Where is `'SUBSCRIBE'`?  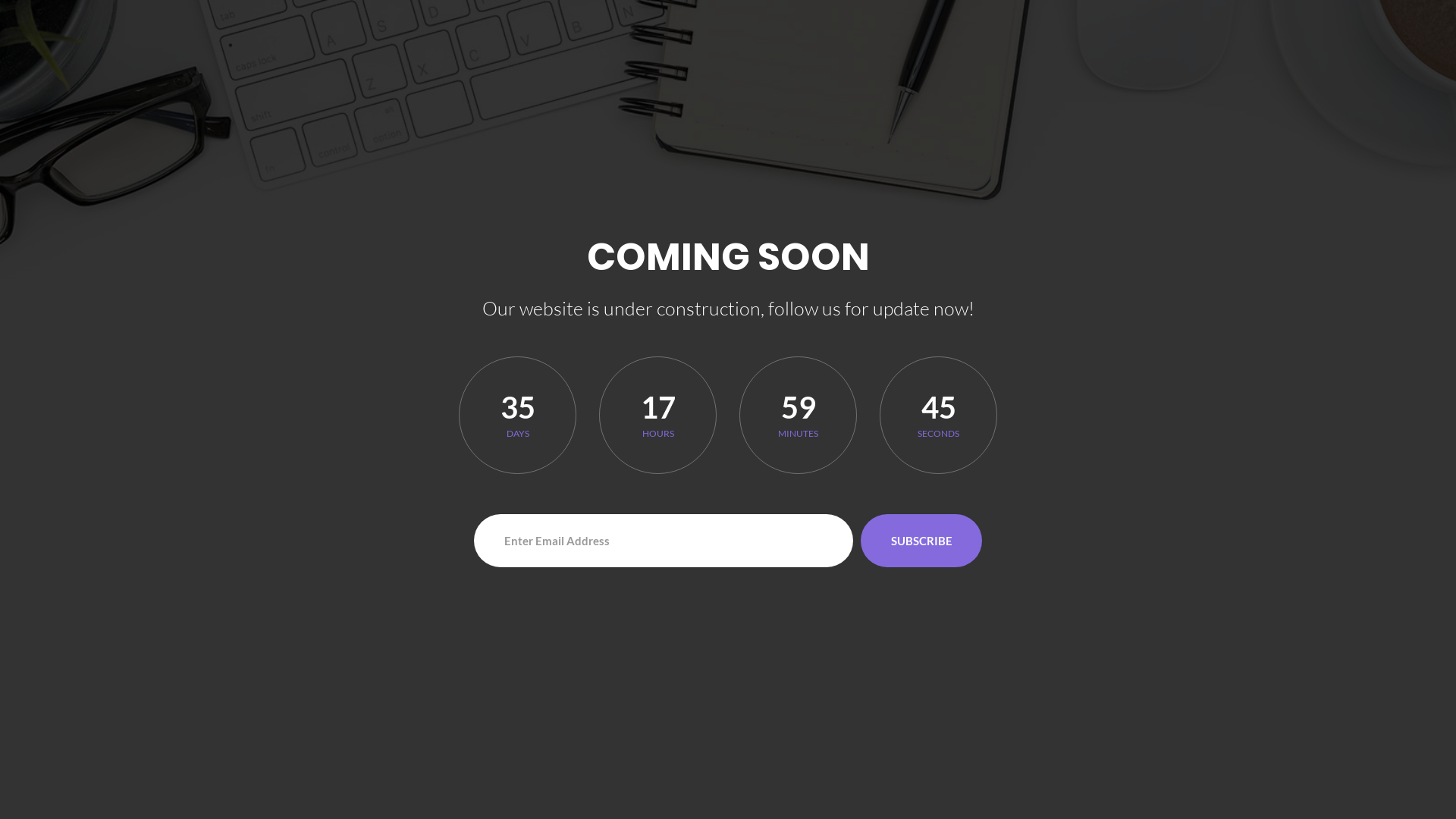 'SUBSCRIBE' is located at coordinates (860, 540).